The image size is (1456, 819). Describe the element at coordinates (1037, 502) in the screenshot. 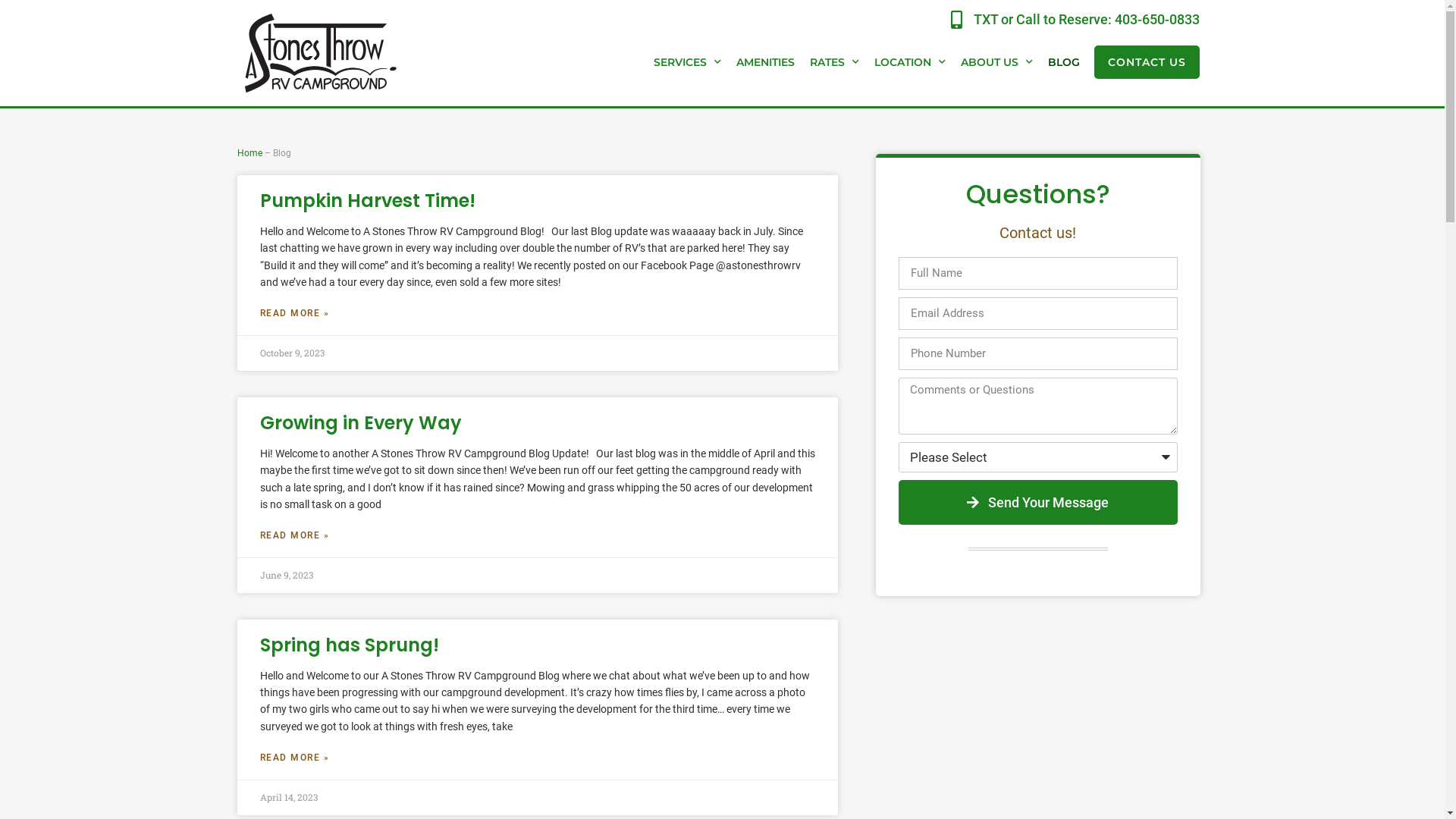

I see `'Send Your Message'` at that location.